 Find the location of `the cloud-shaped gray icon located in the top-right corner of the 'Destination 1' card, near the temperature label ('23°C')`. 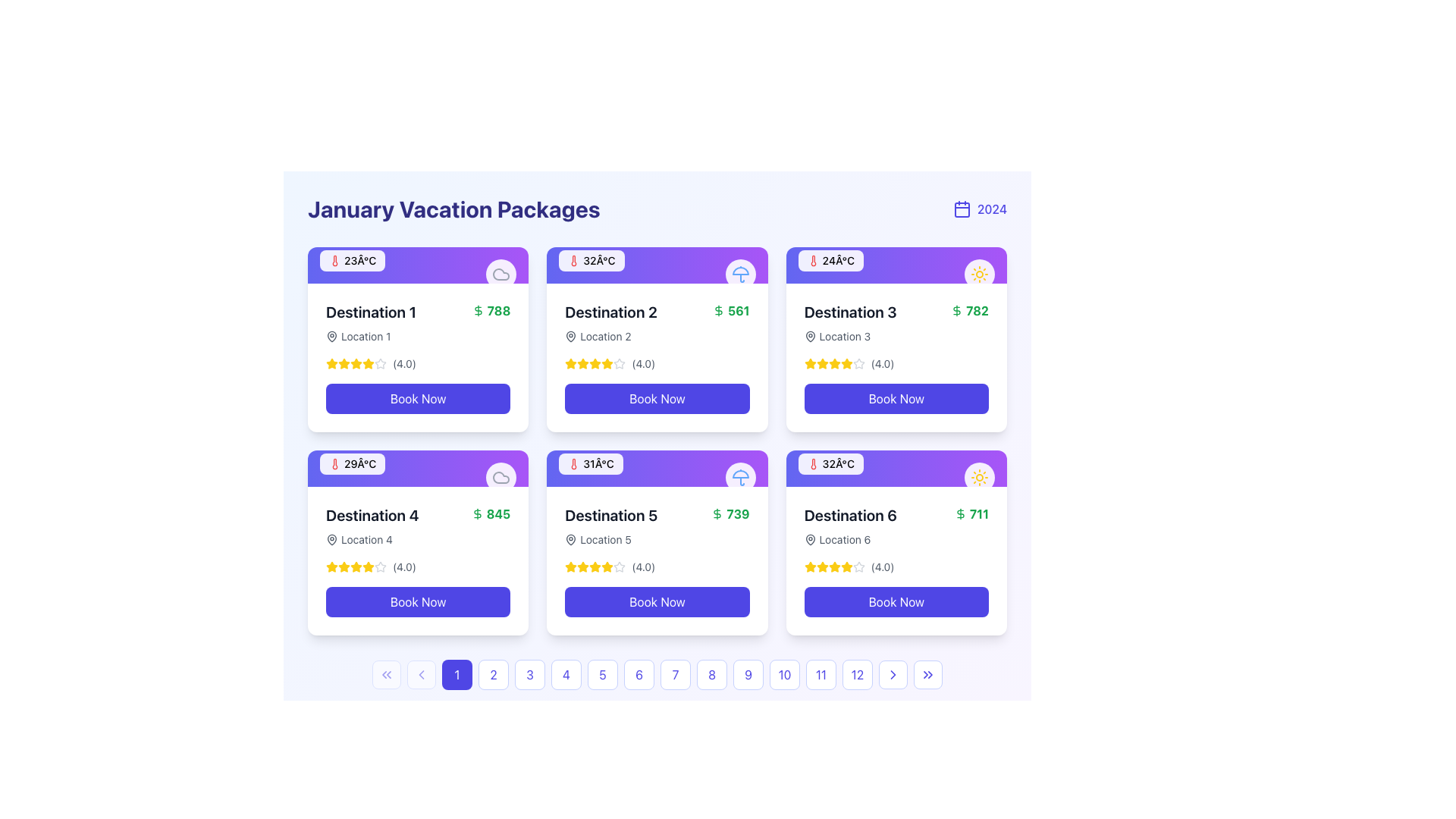

the cloud-shaped gray icon located in the top-right corner of the 'Destination 1' card, near the temperature label ('23°C') is located at coordinates (501, 476).